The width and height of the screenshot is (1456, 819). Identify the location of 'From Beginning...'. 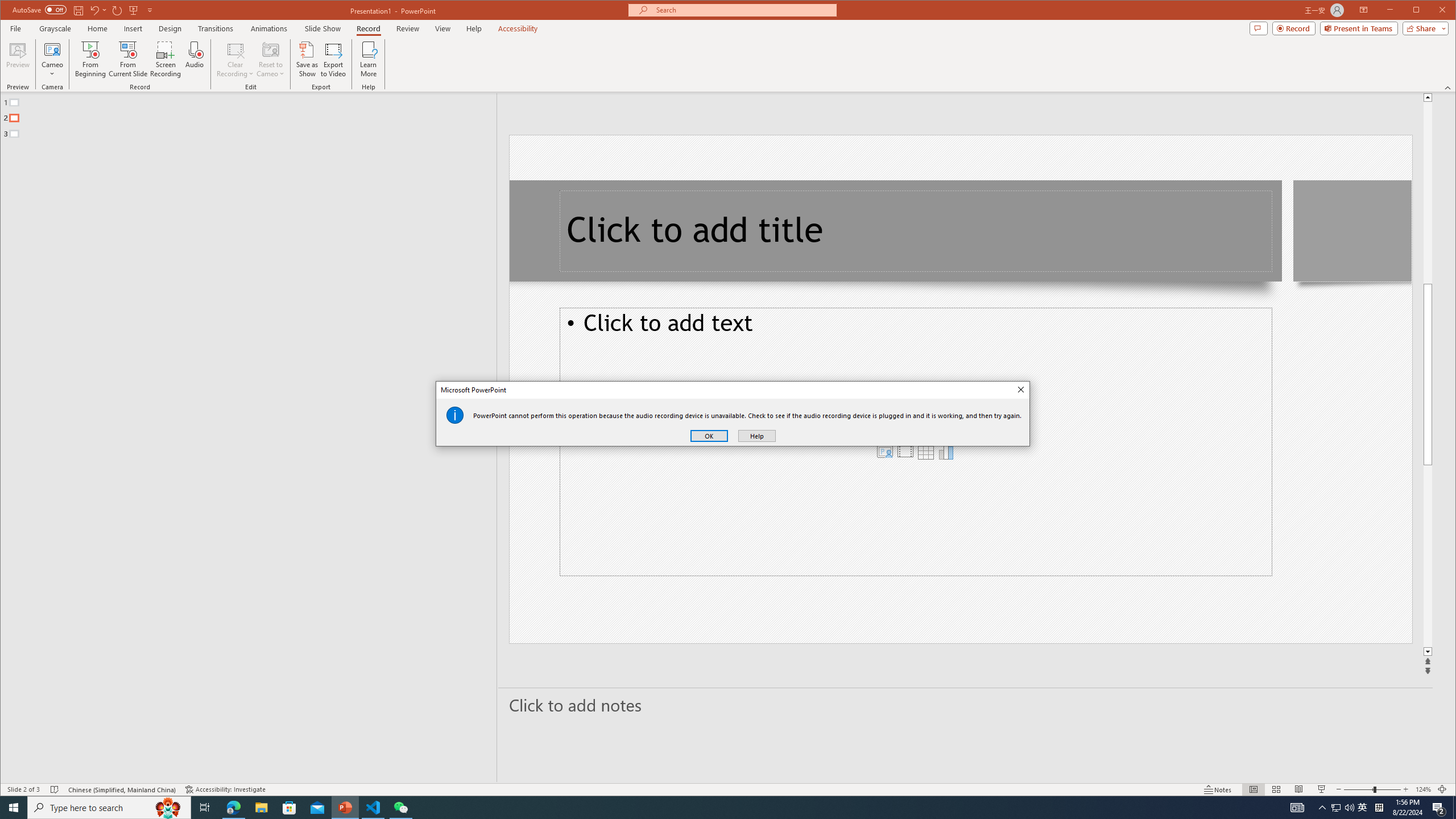
(90, 59).